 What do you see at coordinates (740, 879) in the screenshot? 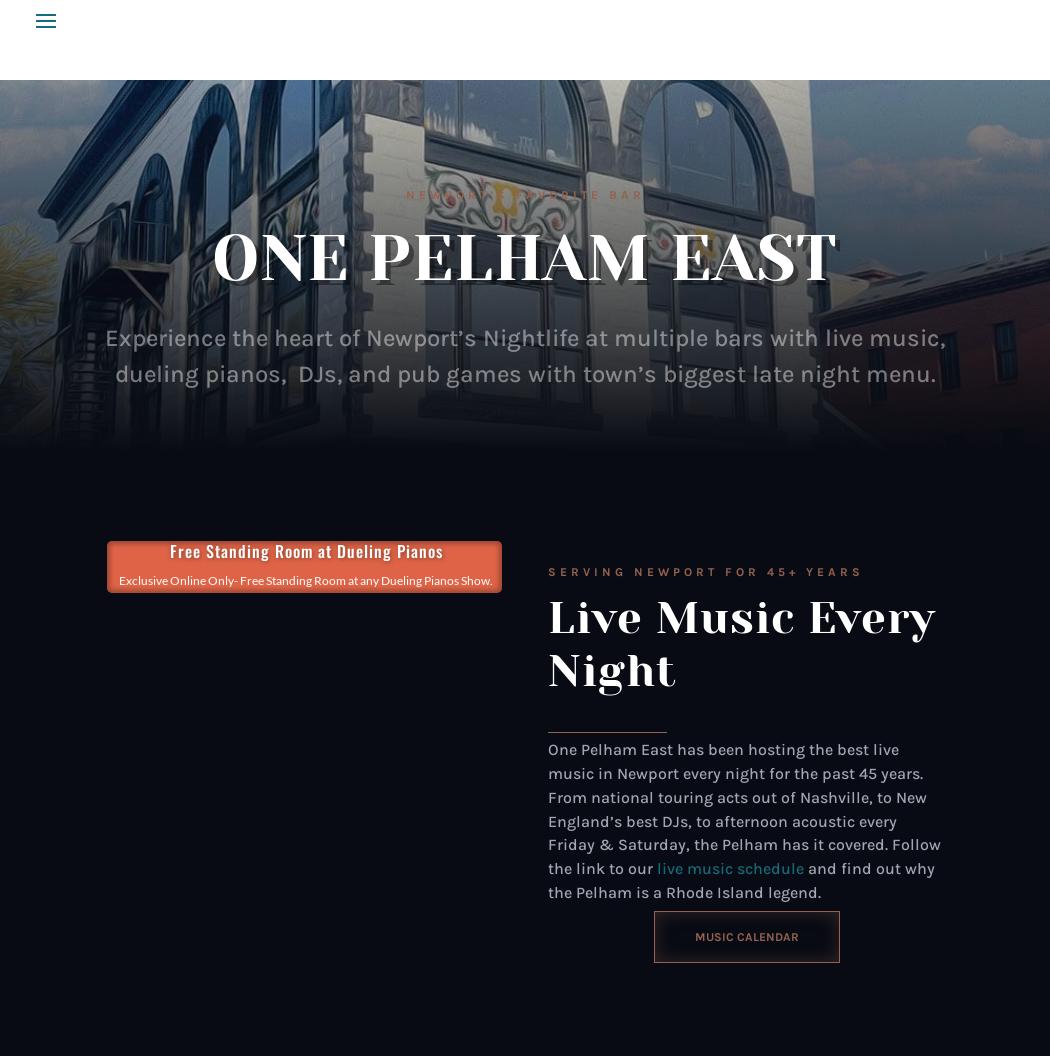
I see `'and find out why the Pelham is a Rhode Island legend.'` at bounding box center [740, 879].